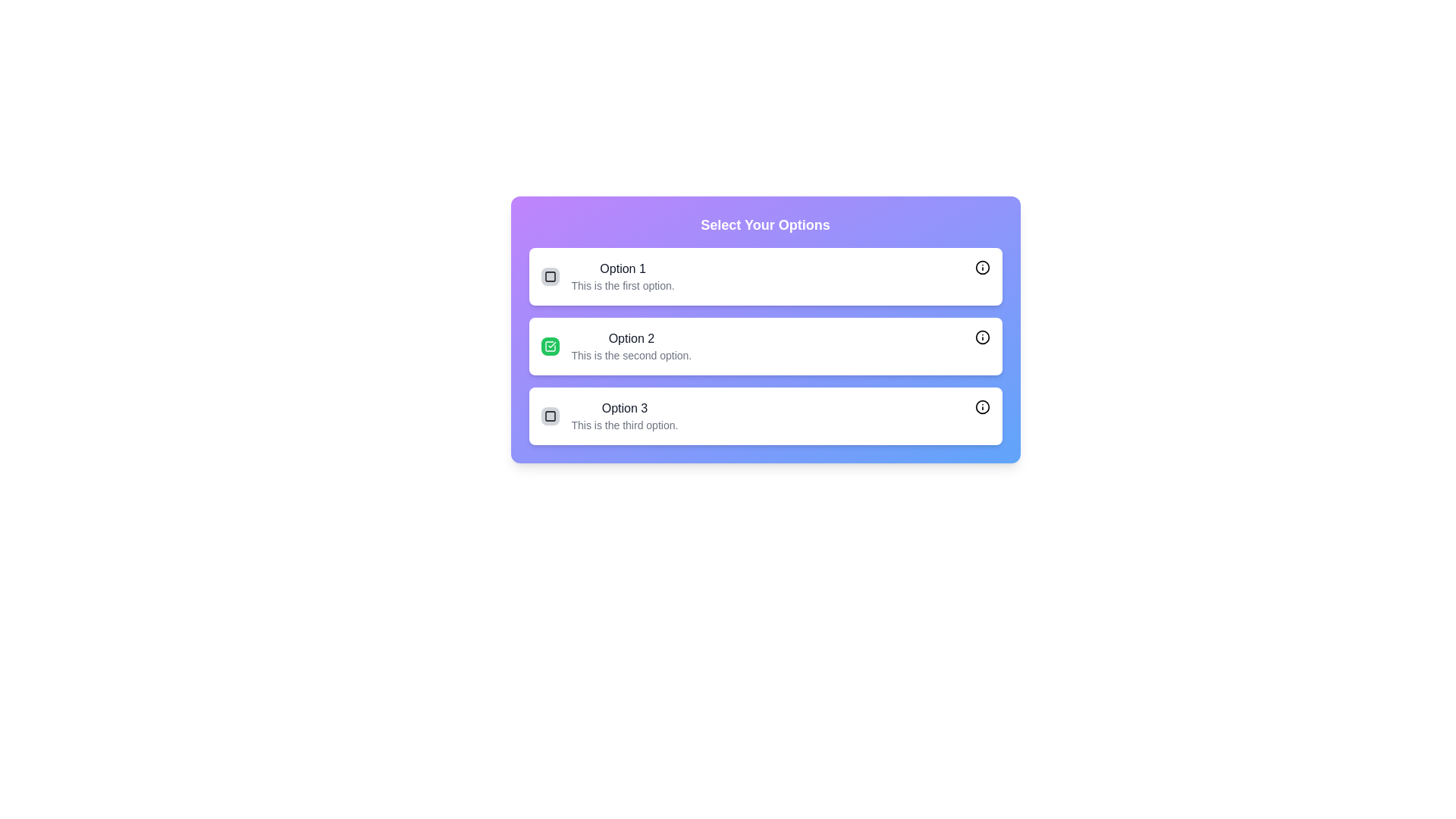  What do you see at coordinates (982, 267) in the screenshot?
I see `the circular interactive icon with a lowercase 'i' symbol, located at the rightmost edge of the first option card titled 'Option 1'` at bounding box center [982, 267].